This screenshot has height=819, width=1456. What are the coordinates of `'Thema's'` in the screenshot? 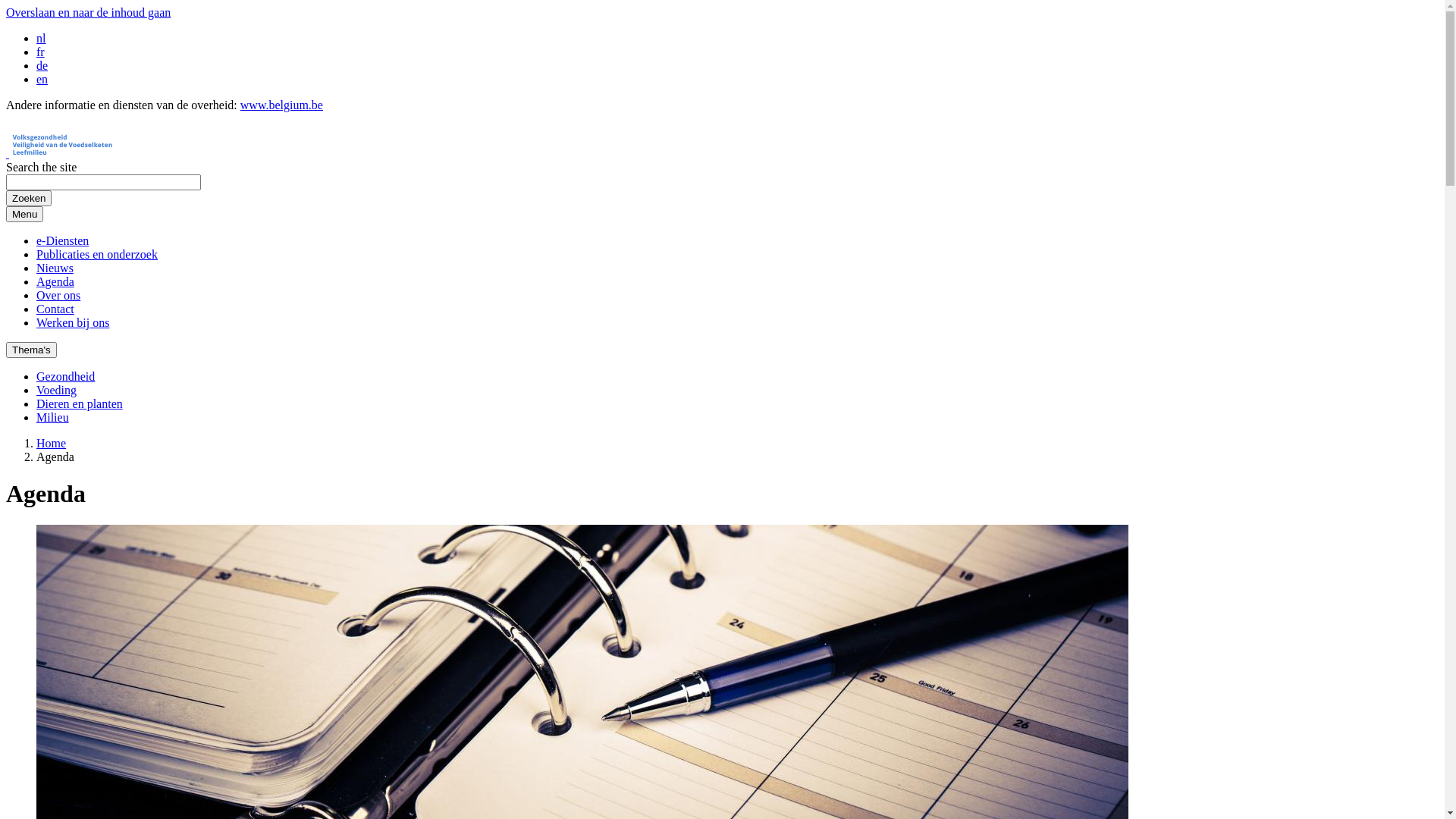 It's located at (6, 350).